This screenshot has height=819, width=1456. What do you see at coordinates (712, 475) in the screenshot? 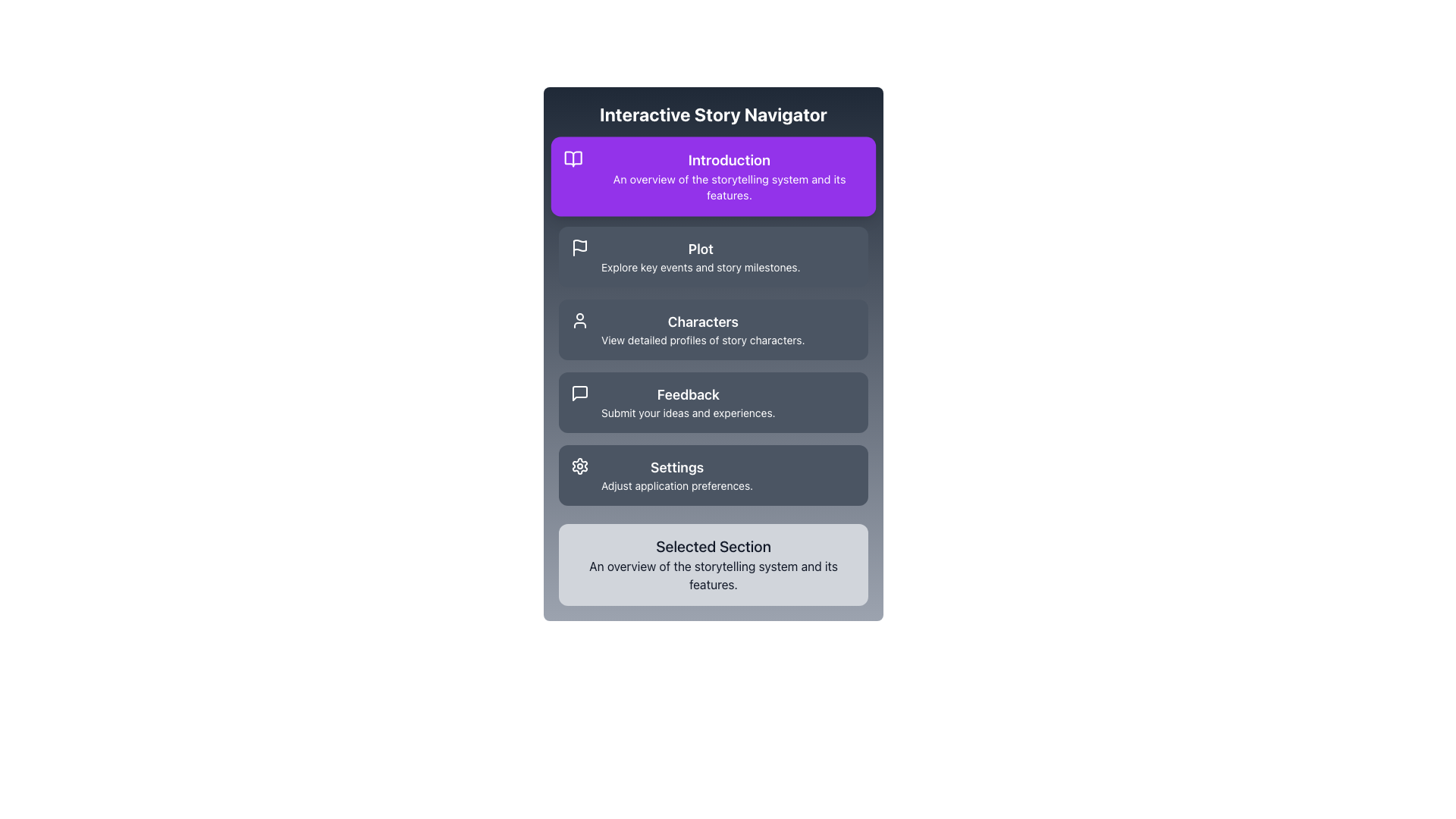
I see `the 'Settings' button` at bounding box center [712, 475].